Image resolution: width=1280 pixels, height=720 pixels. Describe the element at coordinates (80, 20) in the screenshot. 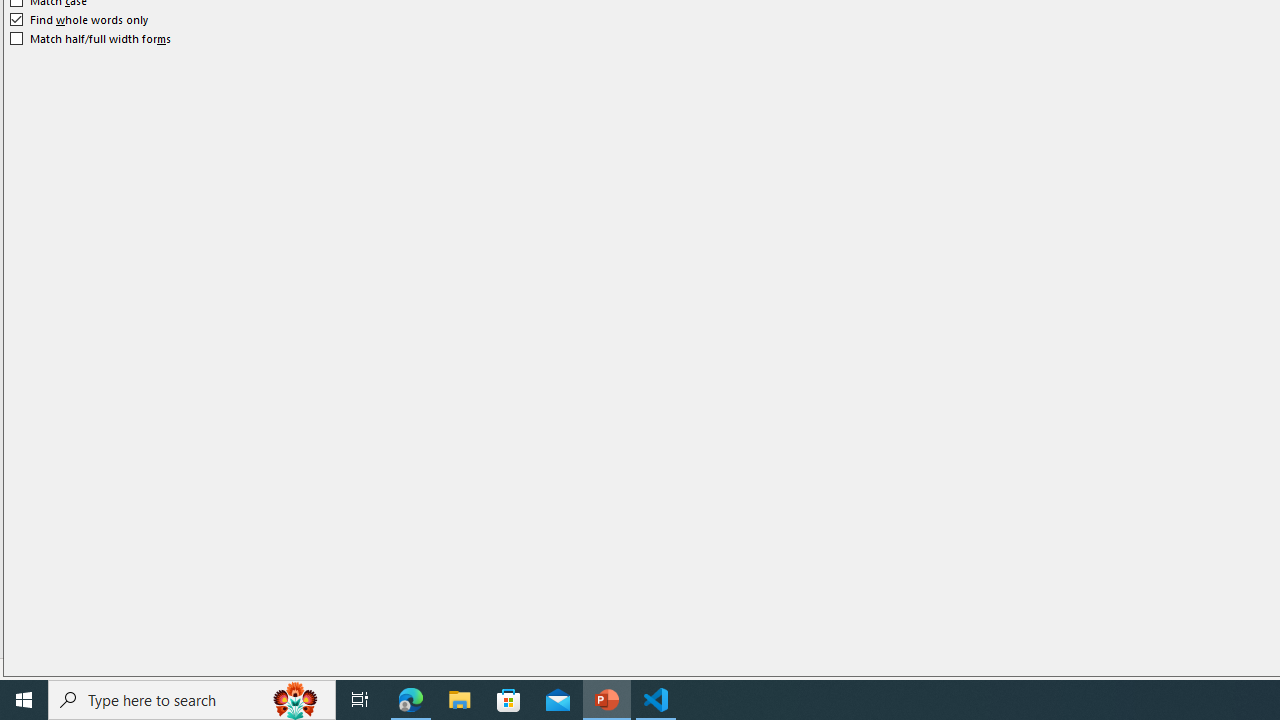

I see `'Find whole words only'` at that location.